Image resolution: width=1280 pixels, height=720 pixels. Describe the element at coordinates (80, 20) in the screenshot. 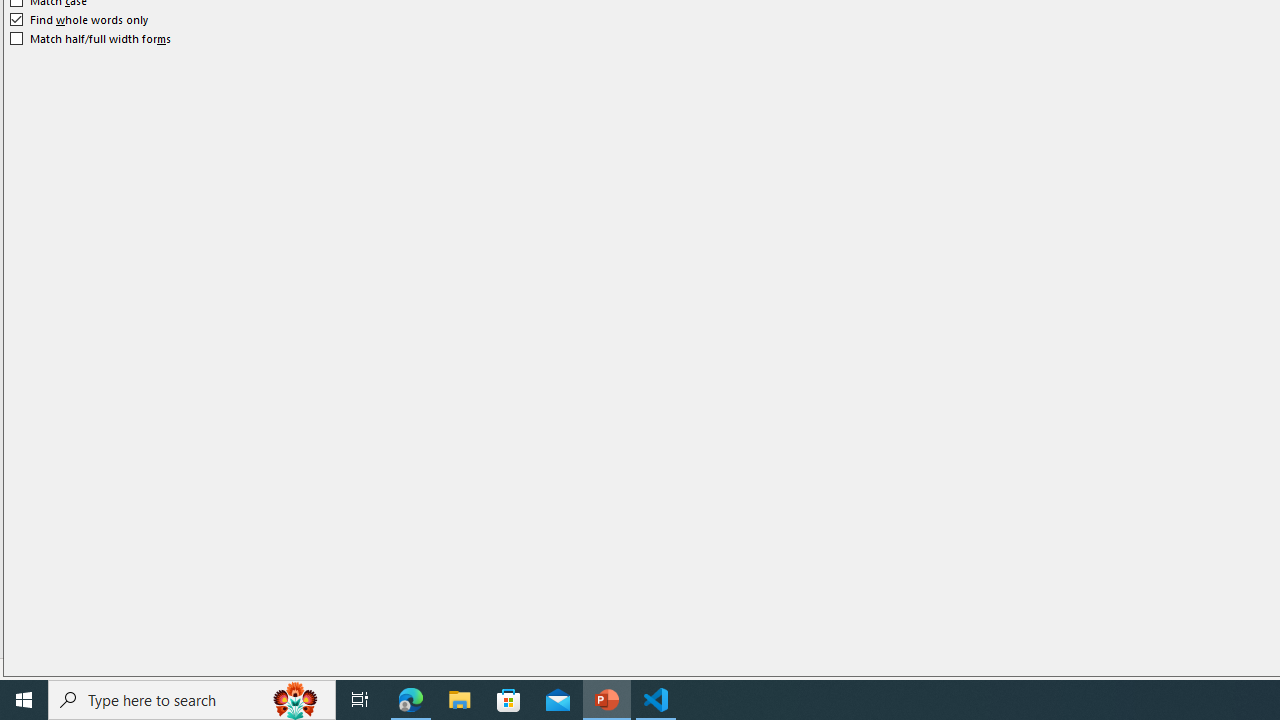

I see `'Find whole words only'` at that location.